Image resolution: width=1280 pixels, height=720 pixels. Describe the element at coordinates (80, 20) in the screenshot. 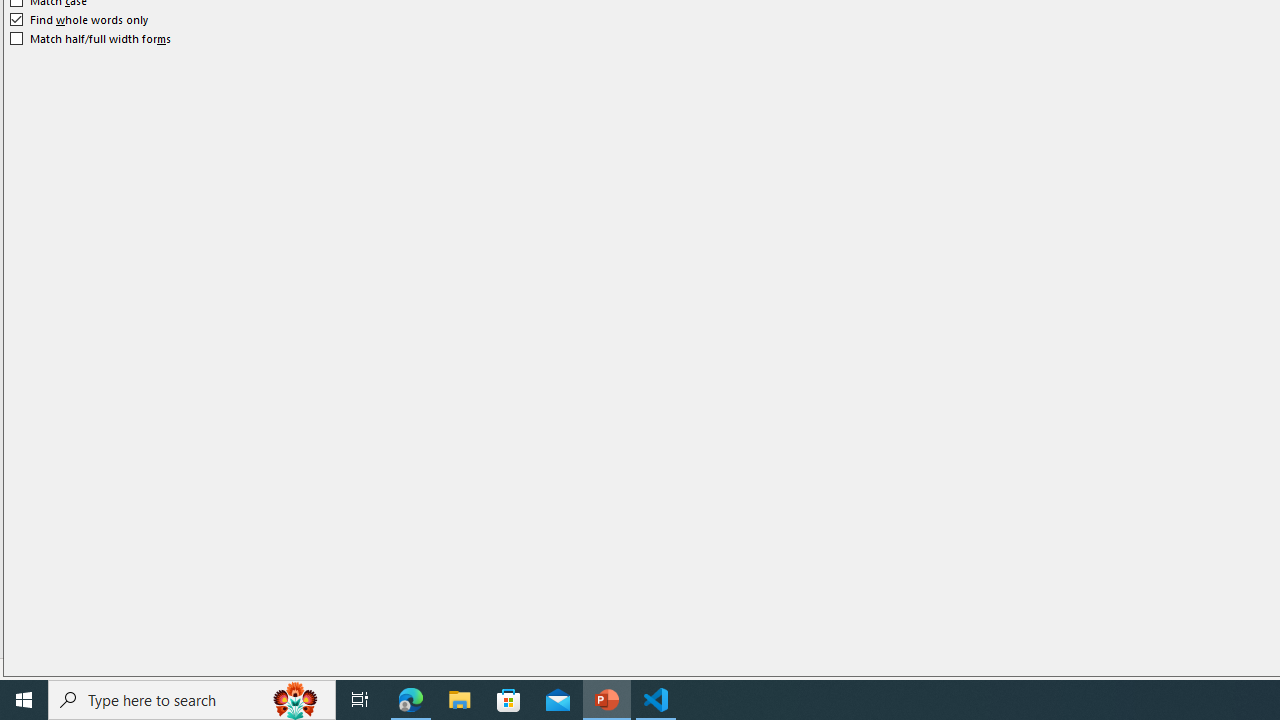

I see `'Find whole words only'` at that location.